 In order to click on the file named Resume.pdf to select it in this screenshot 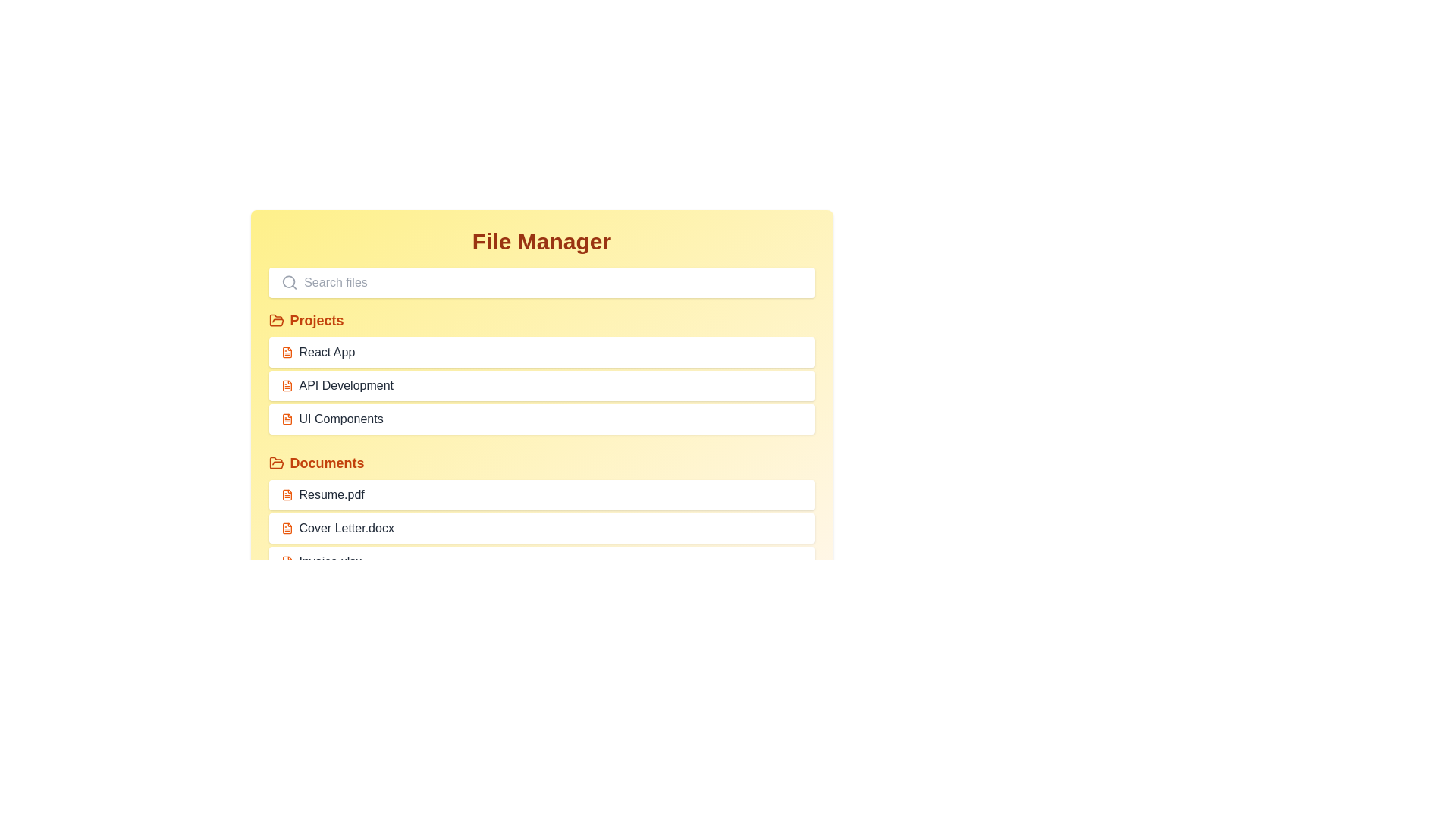, I will do `click(541, 494)`.